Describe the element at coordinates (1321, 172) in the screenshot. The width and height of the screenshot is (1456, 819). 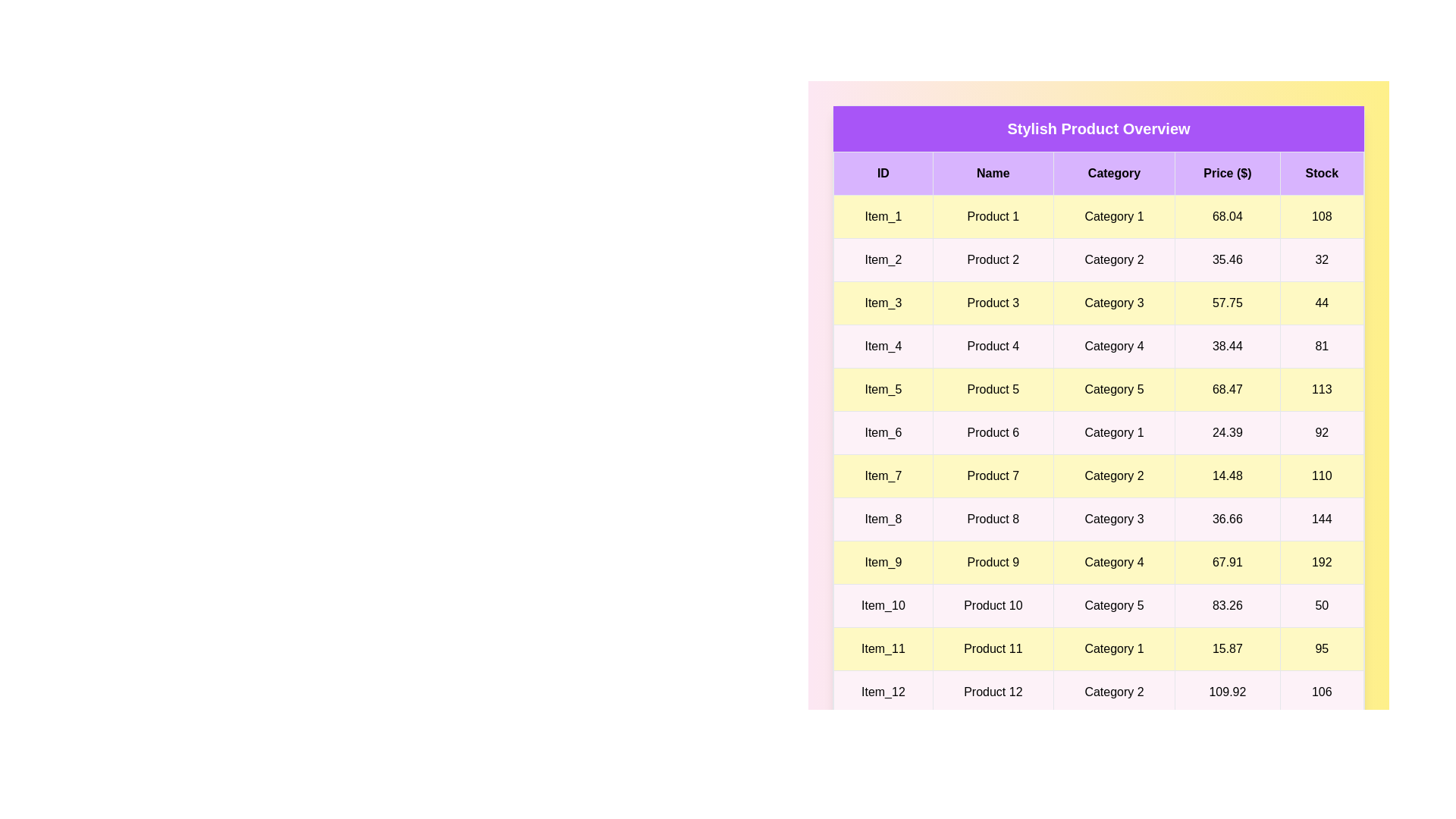
I see `the column header Stock to sort the table by that column` at that location.